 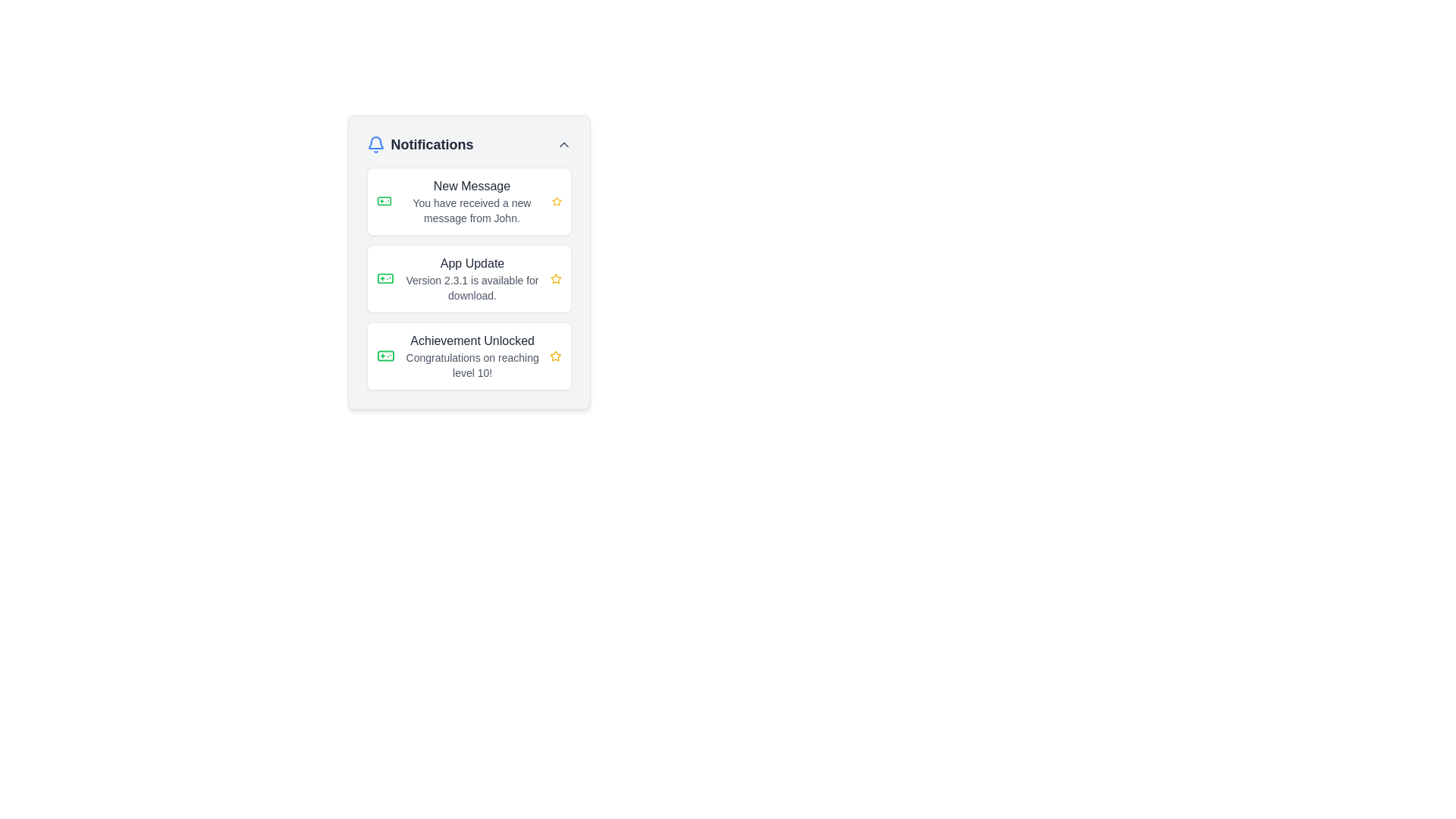 I want to click on the notification icon located at the top-left area of the notification panel, adjacent to the 'Notifications' text, so click(x=375, y=143).